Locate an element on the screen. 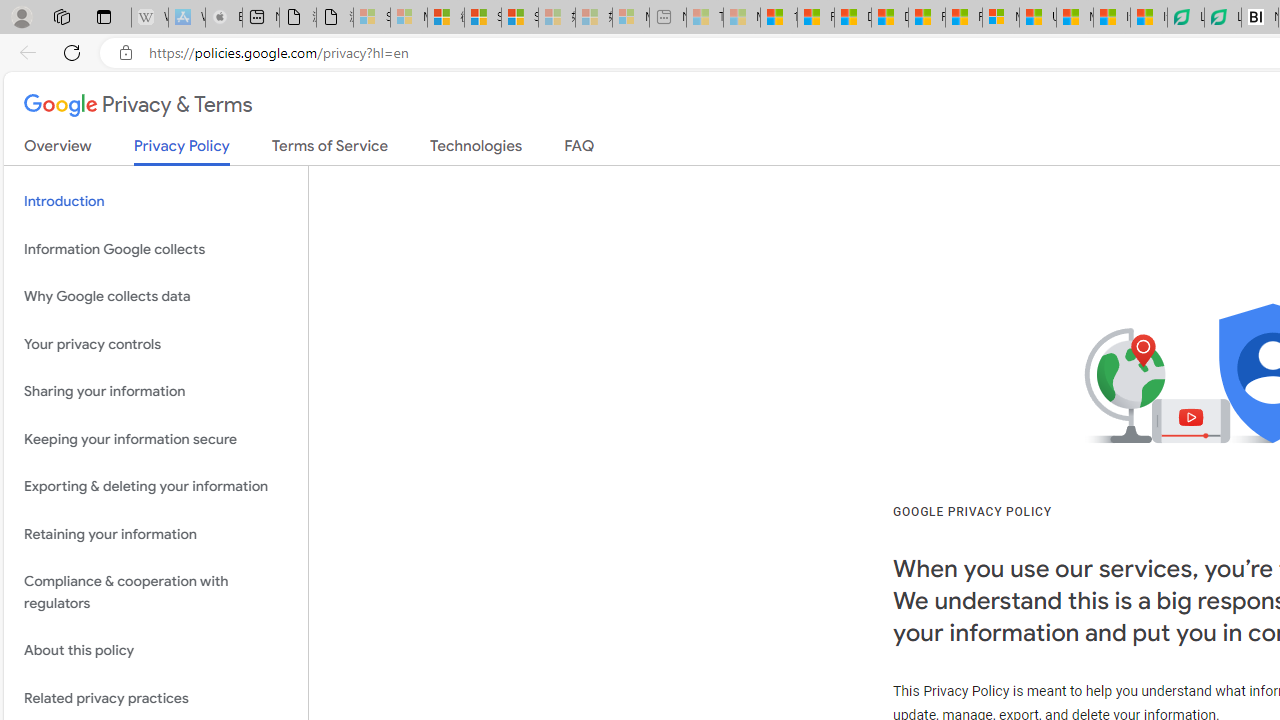 This screenshot has height=720, width=1280. 'Information Google collects' is located at coordinates (155, 248).